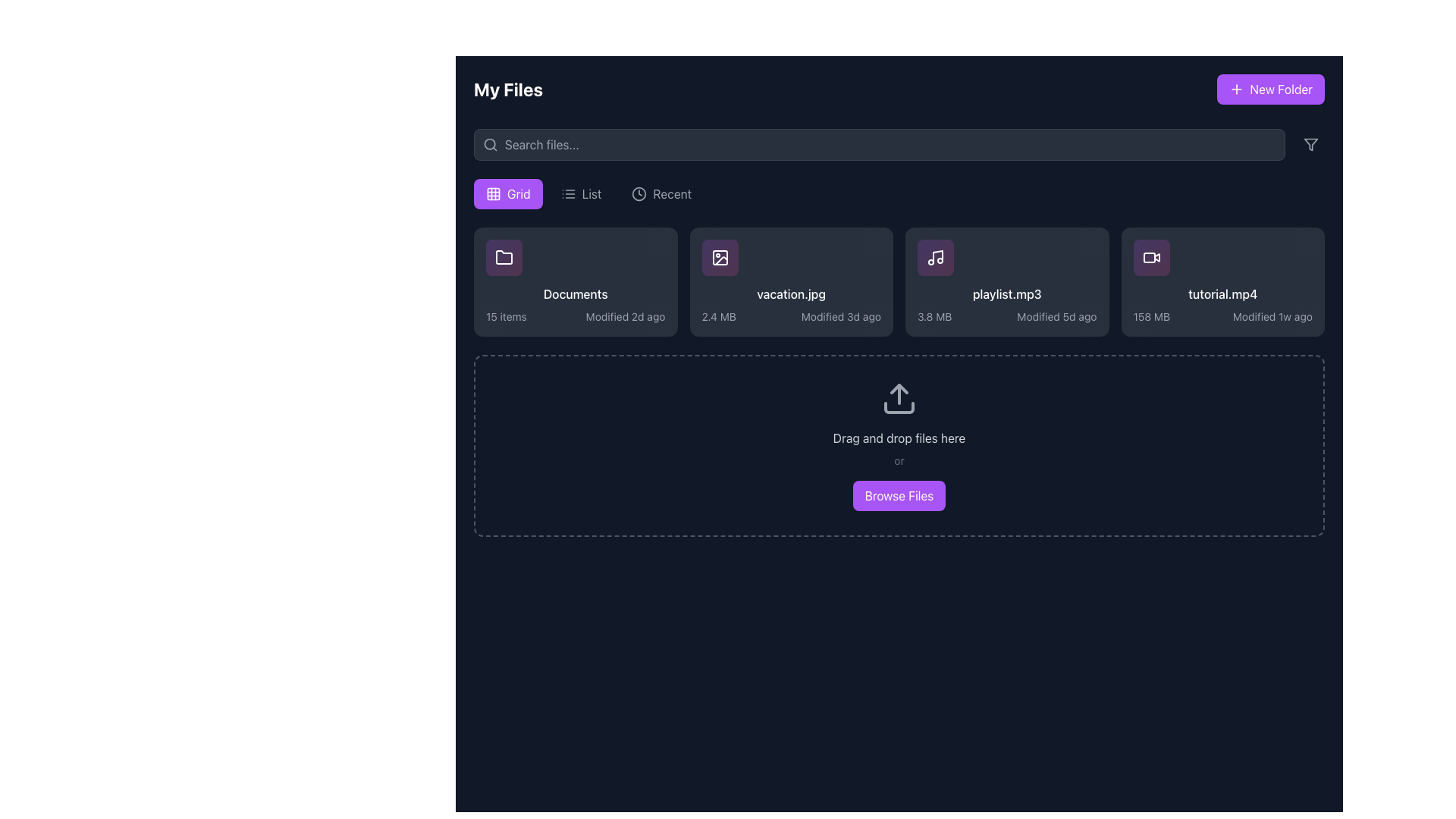  What do you see at coordinates (591, 193) in the screenshot?
I see `the 'List' text label located in the horizontal navigation bar` at bounding box center [591, 193].